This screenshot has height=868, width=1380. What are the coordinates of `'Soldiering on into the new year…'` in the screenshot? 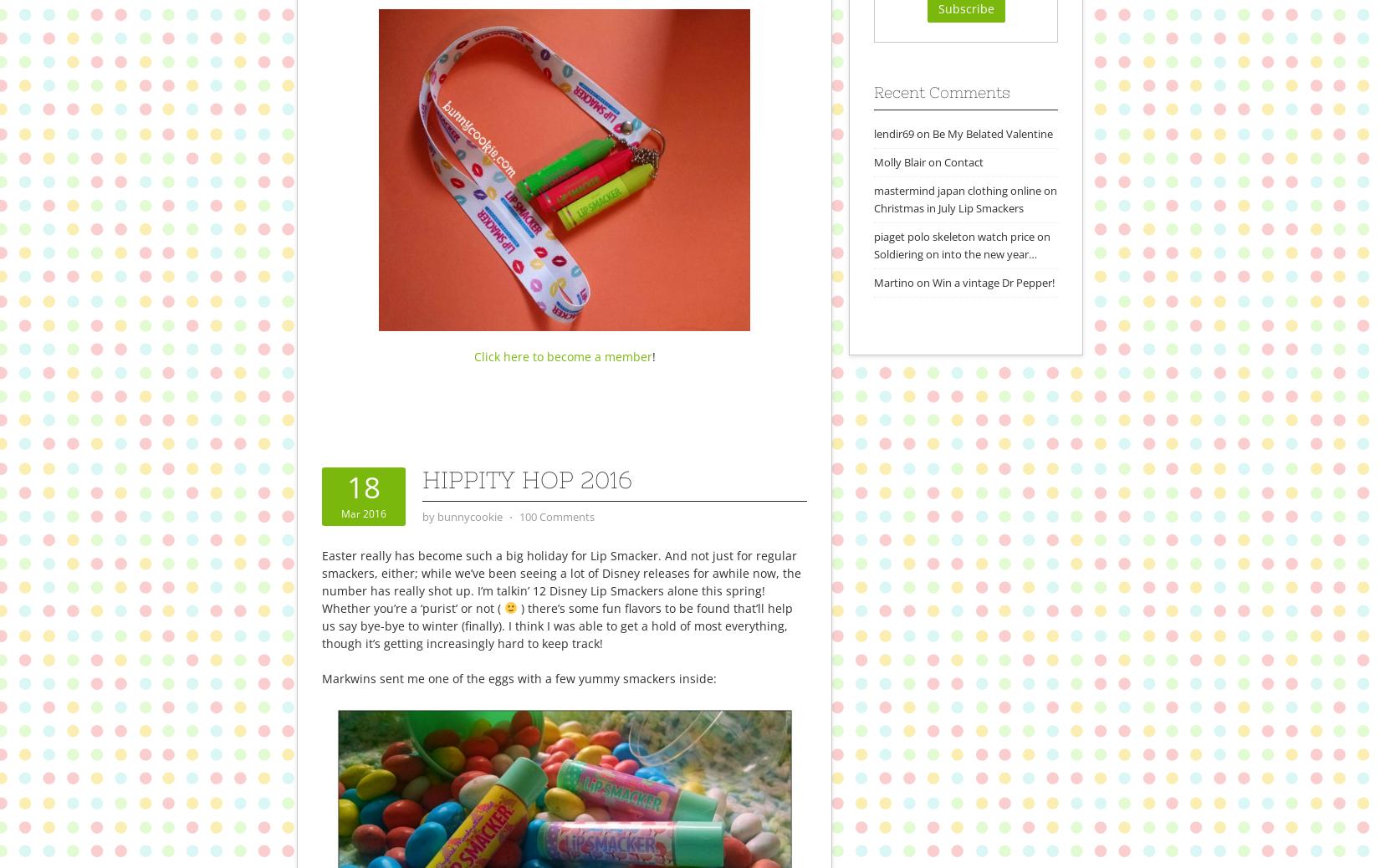 It's located at (873, 253).